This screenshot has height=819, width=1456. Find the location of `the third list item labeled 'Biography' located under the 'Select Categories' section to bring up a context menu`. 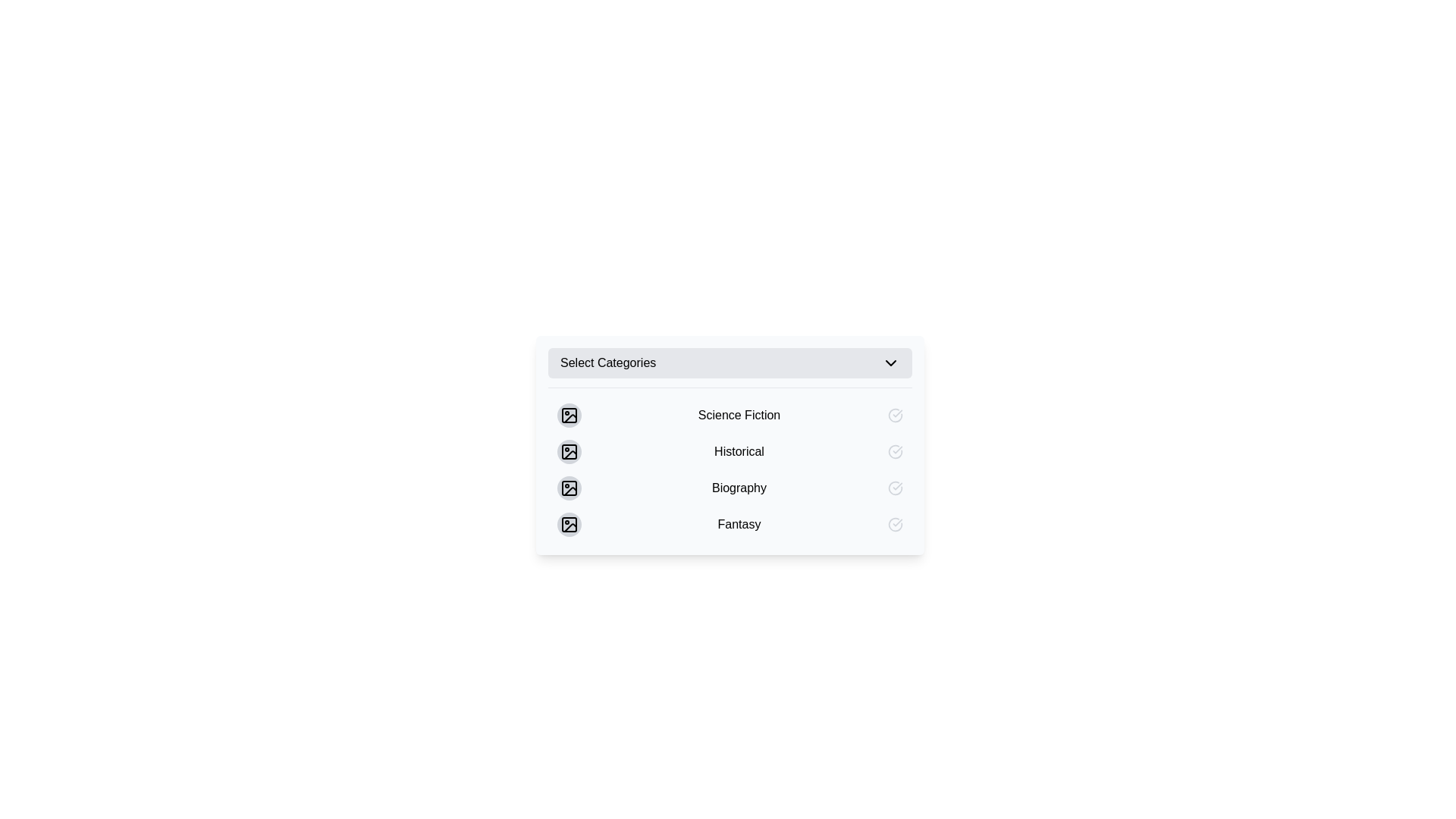

the third list item labeled 'Biography' located under the 'Select Categories' section to bring up a context menu is located at coordinates (730, 488).